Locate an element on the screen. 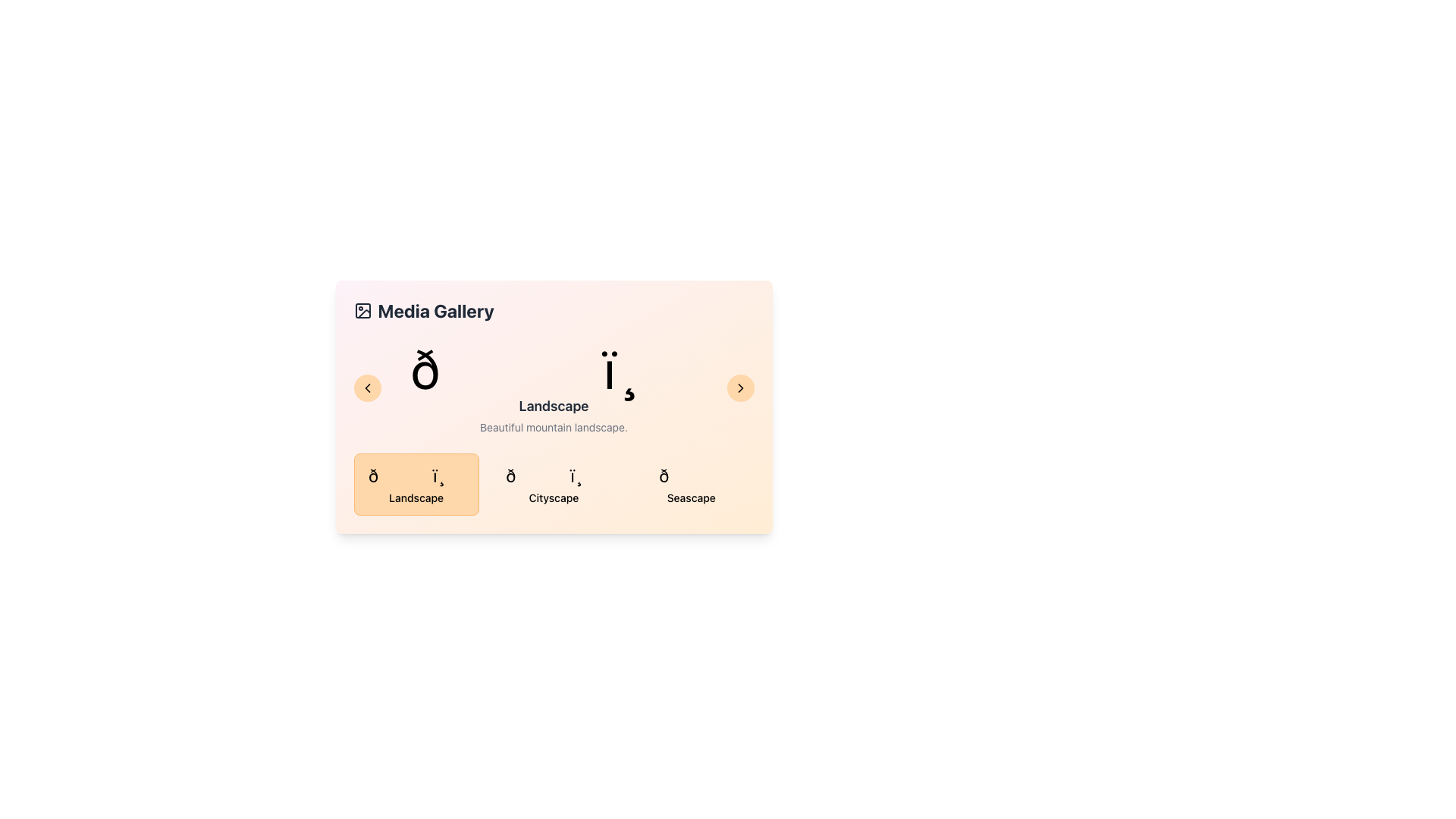  the 'Landscape' button located on the left side of the row of three buttons is located at coordinates (416, 485).